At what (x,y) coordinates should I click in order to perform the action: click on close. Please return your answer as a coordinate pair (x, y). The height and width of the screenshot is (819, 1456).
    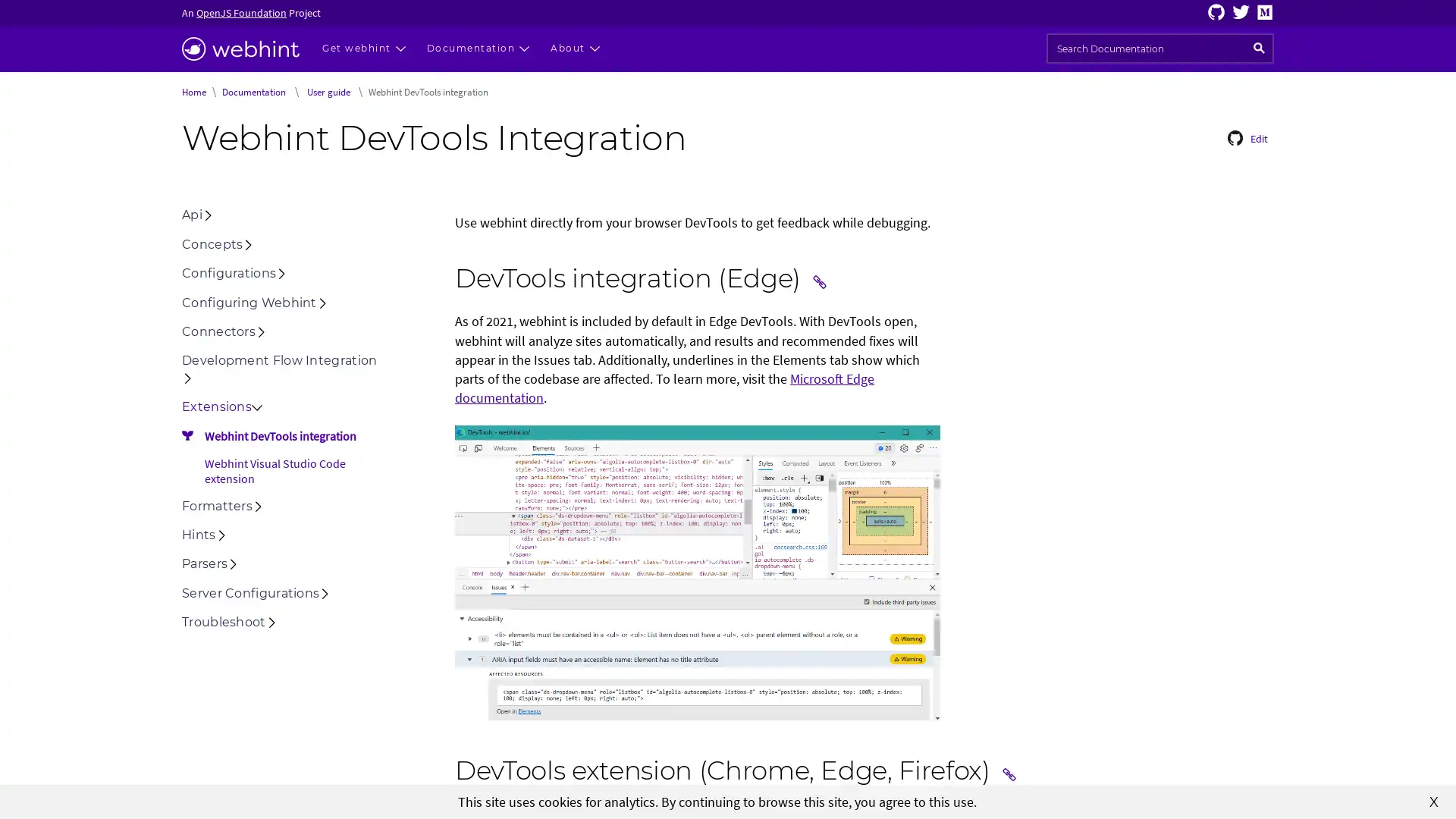
    Looking at the image, I should click on (1433, 800).